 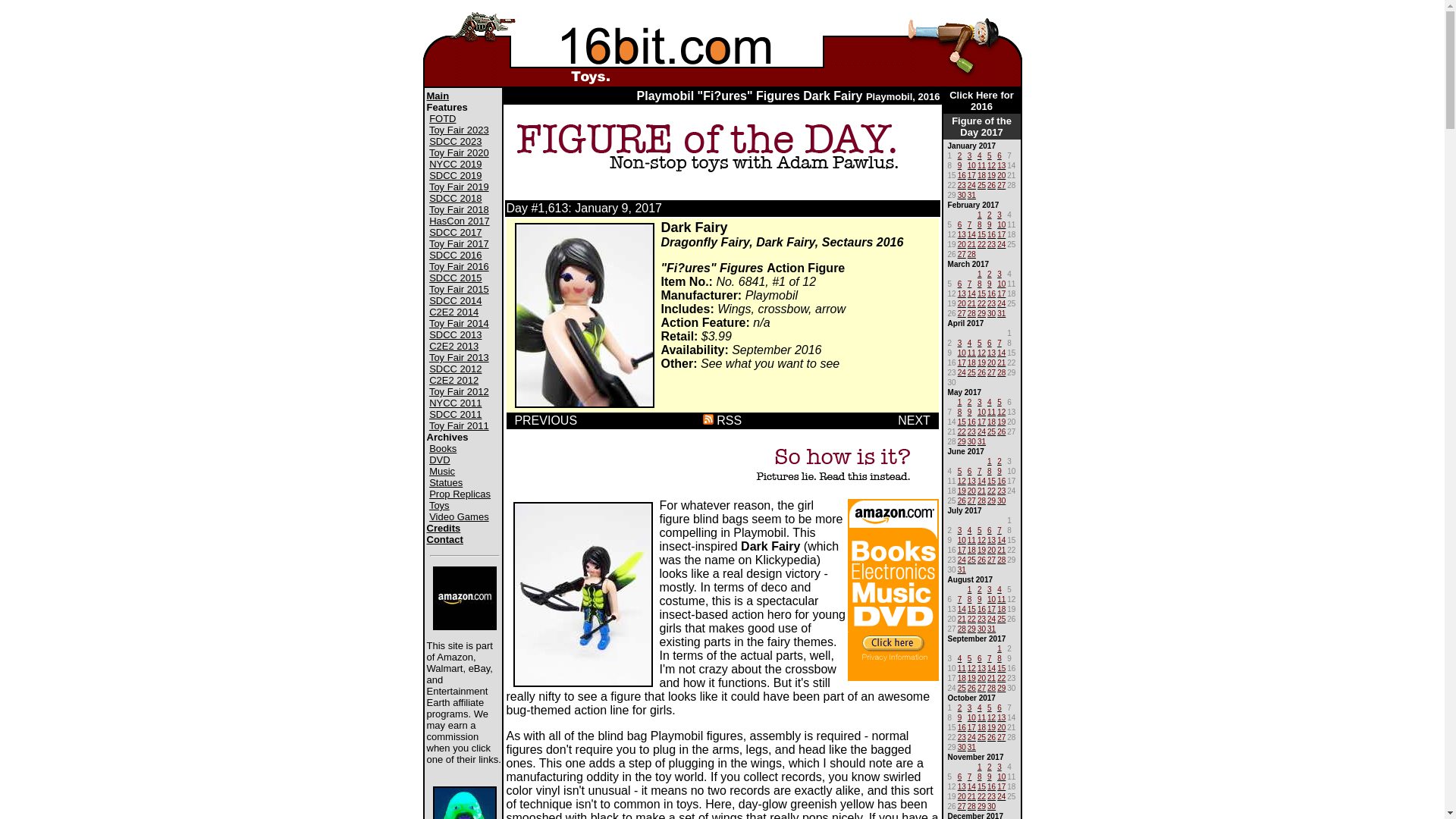 What do you see at coordinates (458, 221) in the screenshot?
I see `'HasCon 2017'` at bounding box center [458, 221].